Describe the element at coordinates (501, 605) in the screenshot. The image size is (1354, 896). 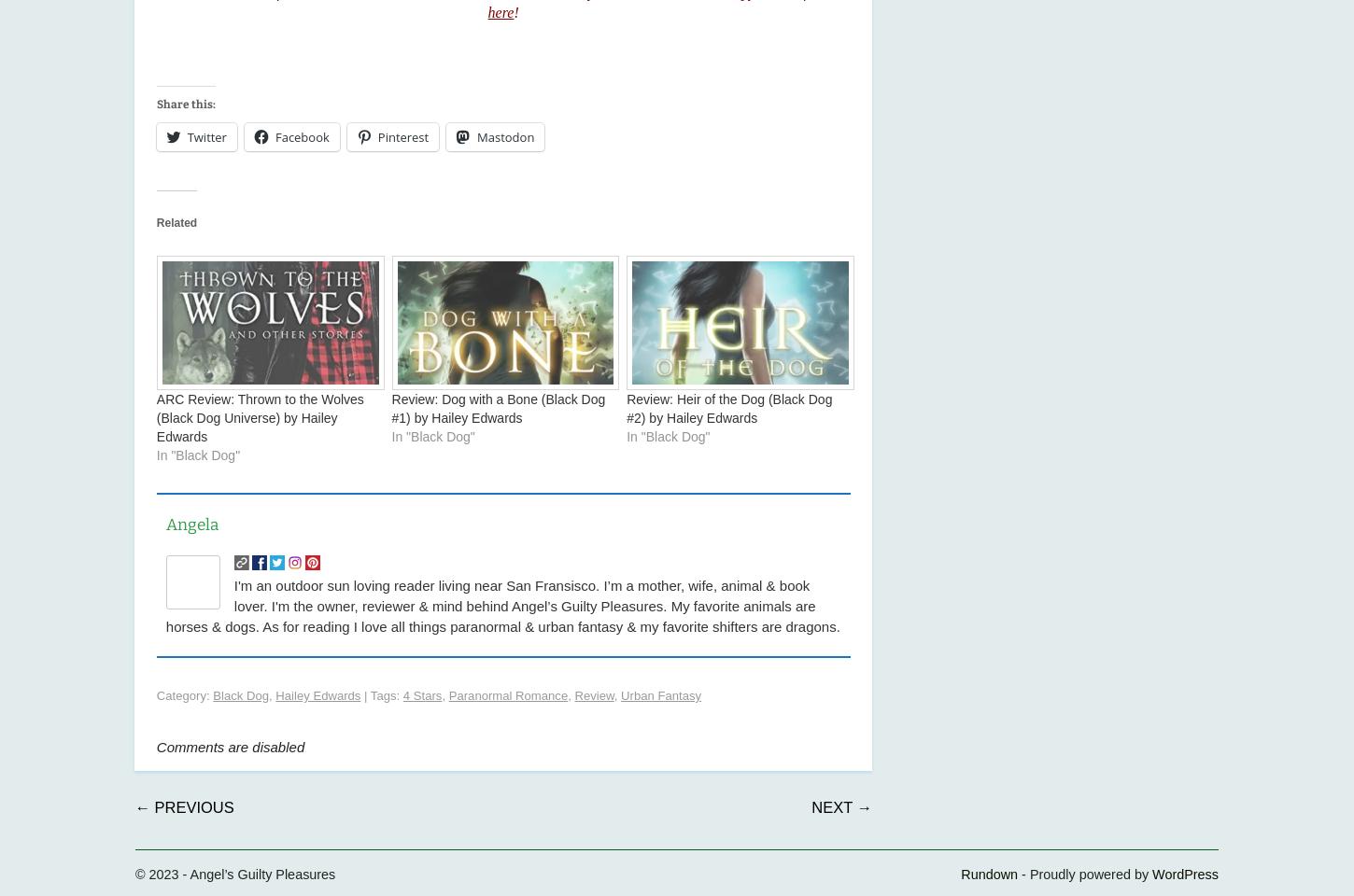
I see `'I'm an outdoor sun loving reader living near San Fransisco. I’m a mother, wife, animal & book lover. I'm the owner, reviewer & mind behind Angel’s Guilty Pleasures. My favorite animals are horses & dogs. As for reading I love all things paranormal & urban fantasy & my favorite shifters are dragons.'` at that location.